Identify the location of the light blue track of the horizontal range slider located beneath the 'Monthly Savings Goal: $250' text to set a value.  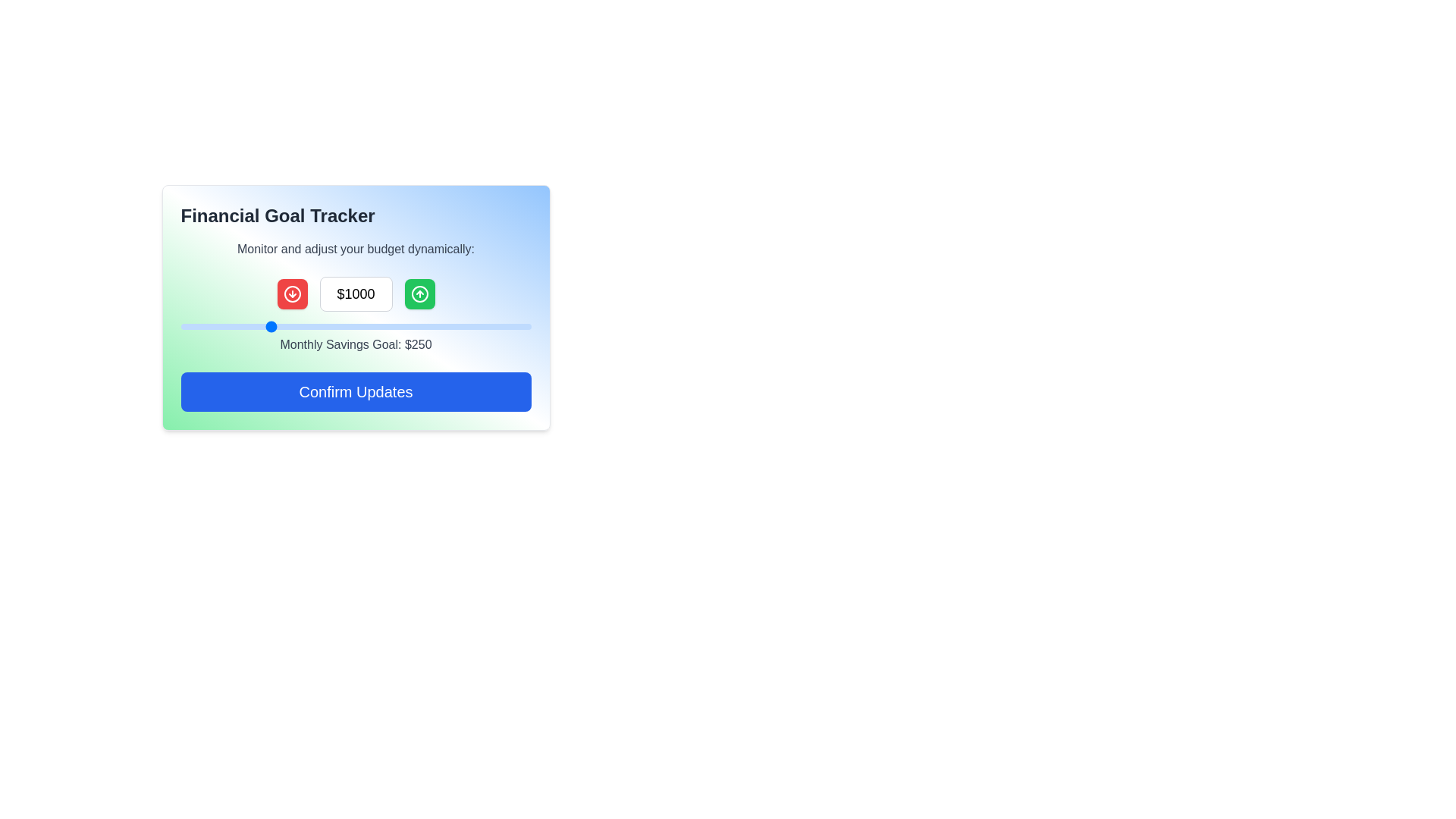
(355, 326).